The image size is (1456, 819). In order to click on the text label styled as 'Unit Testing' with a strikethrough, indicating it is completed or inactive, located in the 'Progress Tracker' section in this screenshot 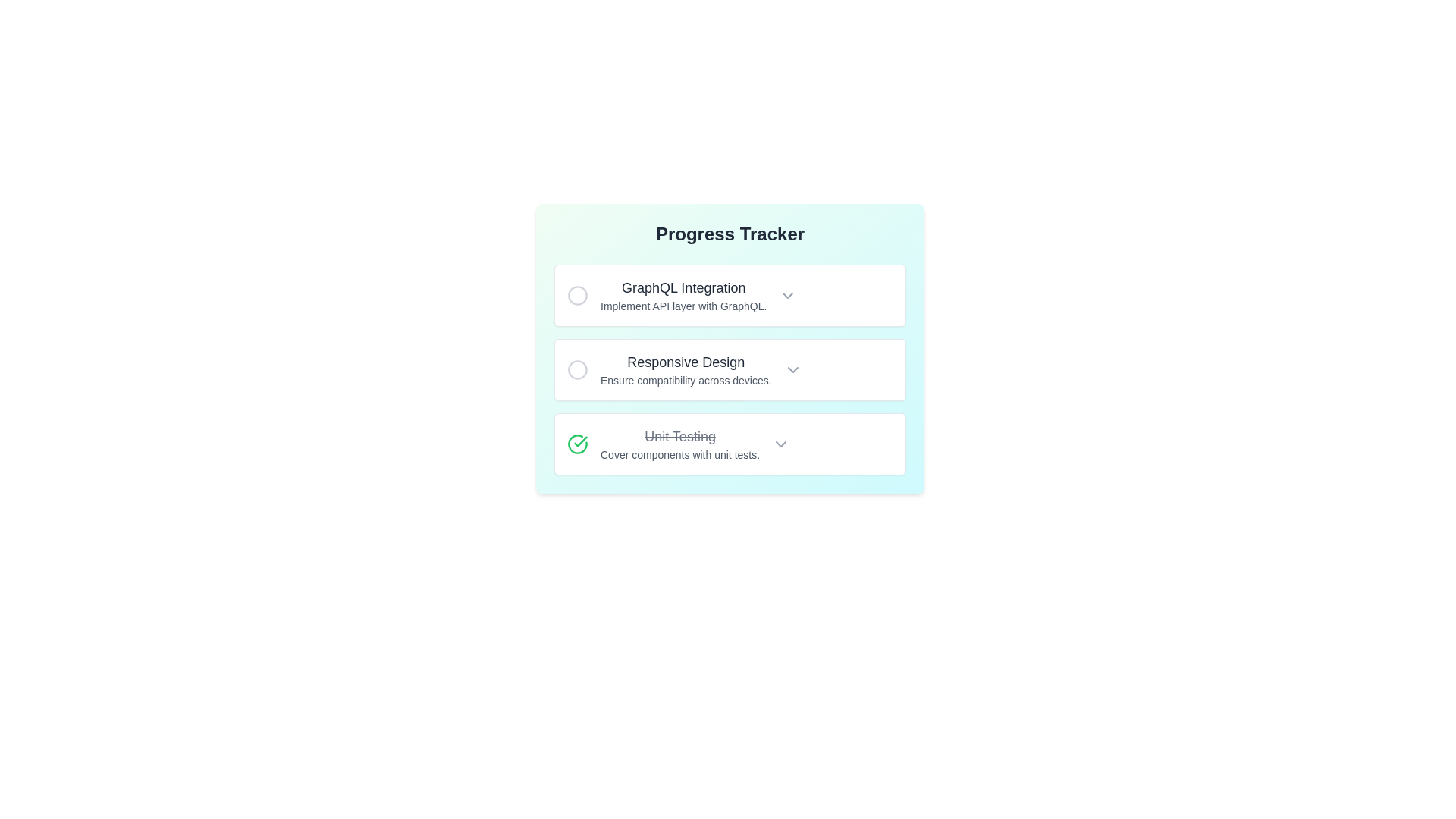, I will do `click(679, 436)`.